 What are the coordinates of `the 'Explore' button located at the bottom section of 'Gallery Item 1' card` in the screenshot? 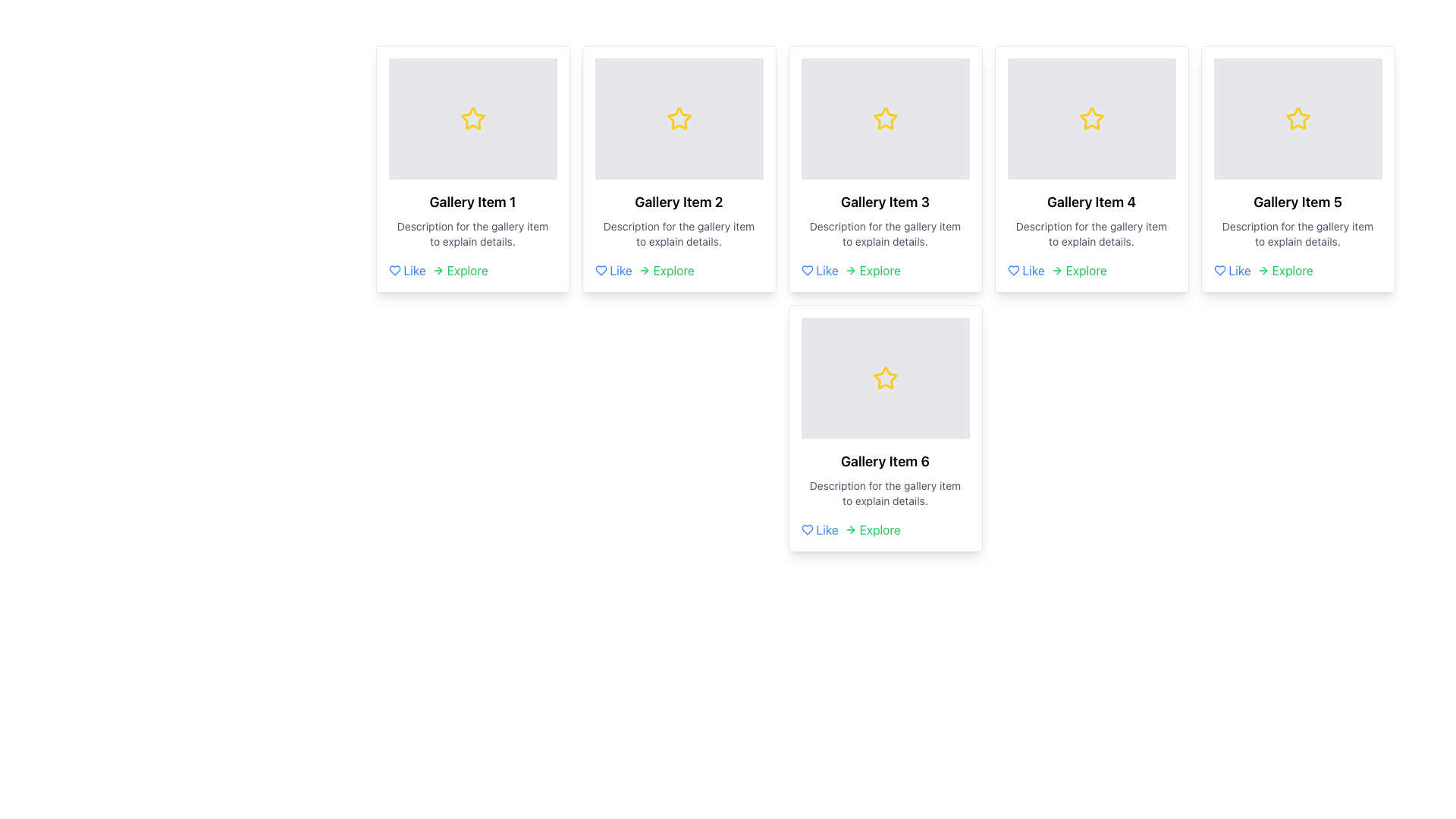 It's located at (459, 270).